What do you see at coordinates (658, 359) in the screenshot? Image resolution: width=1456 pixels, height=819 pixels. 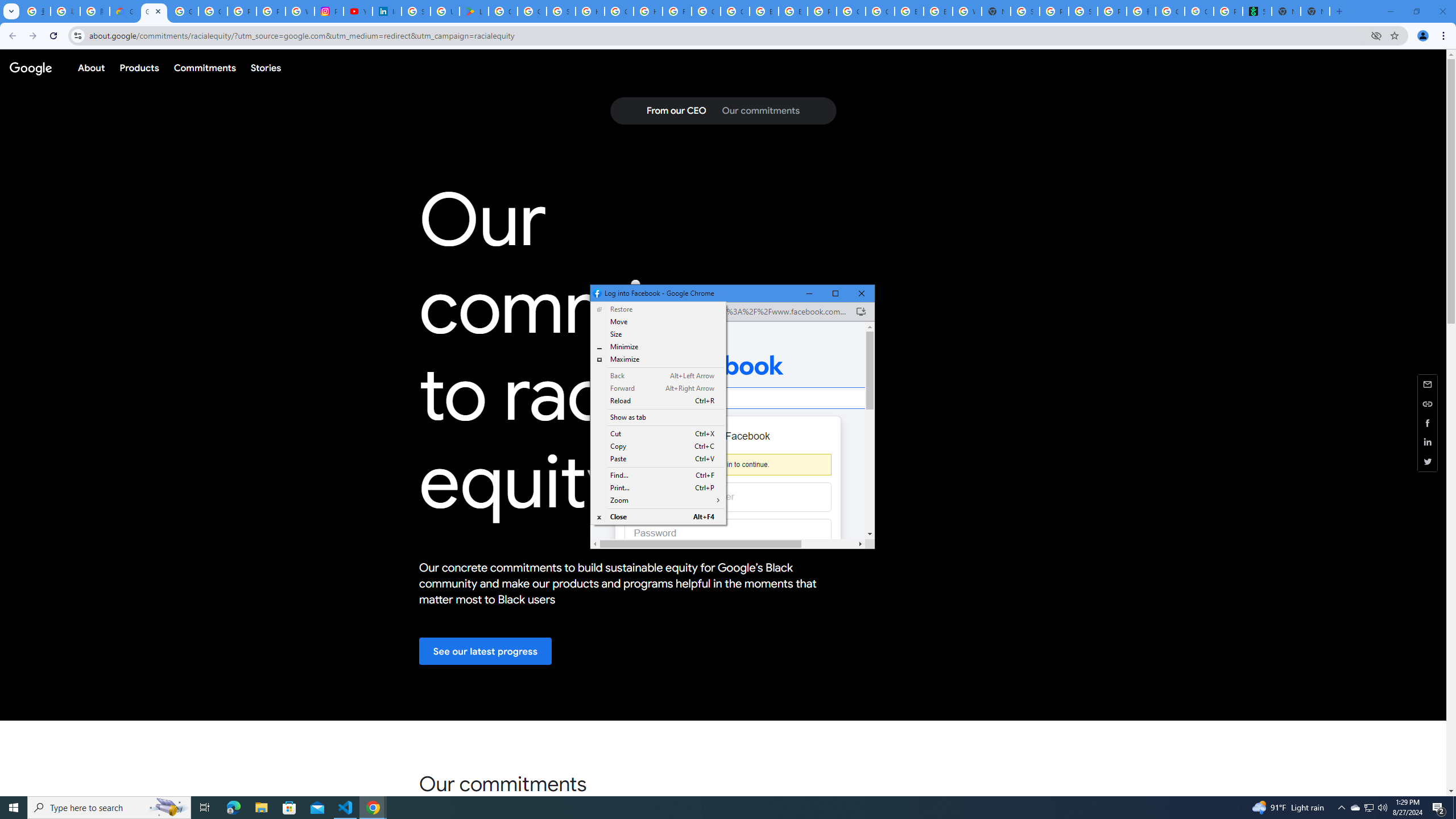 I see `'Size'` at bounding box center [658, 359].